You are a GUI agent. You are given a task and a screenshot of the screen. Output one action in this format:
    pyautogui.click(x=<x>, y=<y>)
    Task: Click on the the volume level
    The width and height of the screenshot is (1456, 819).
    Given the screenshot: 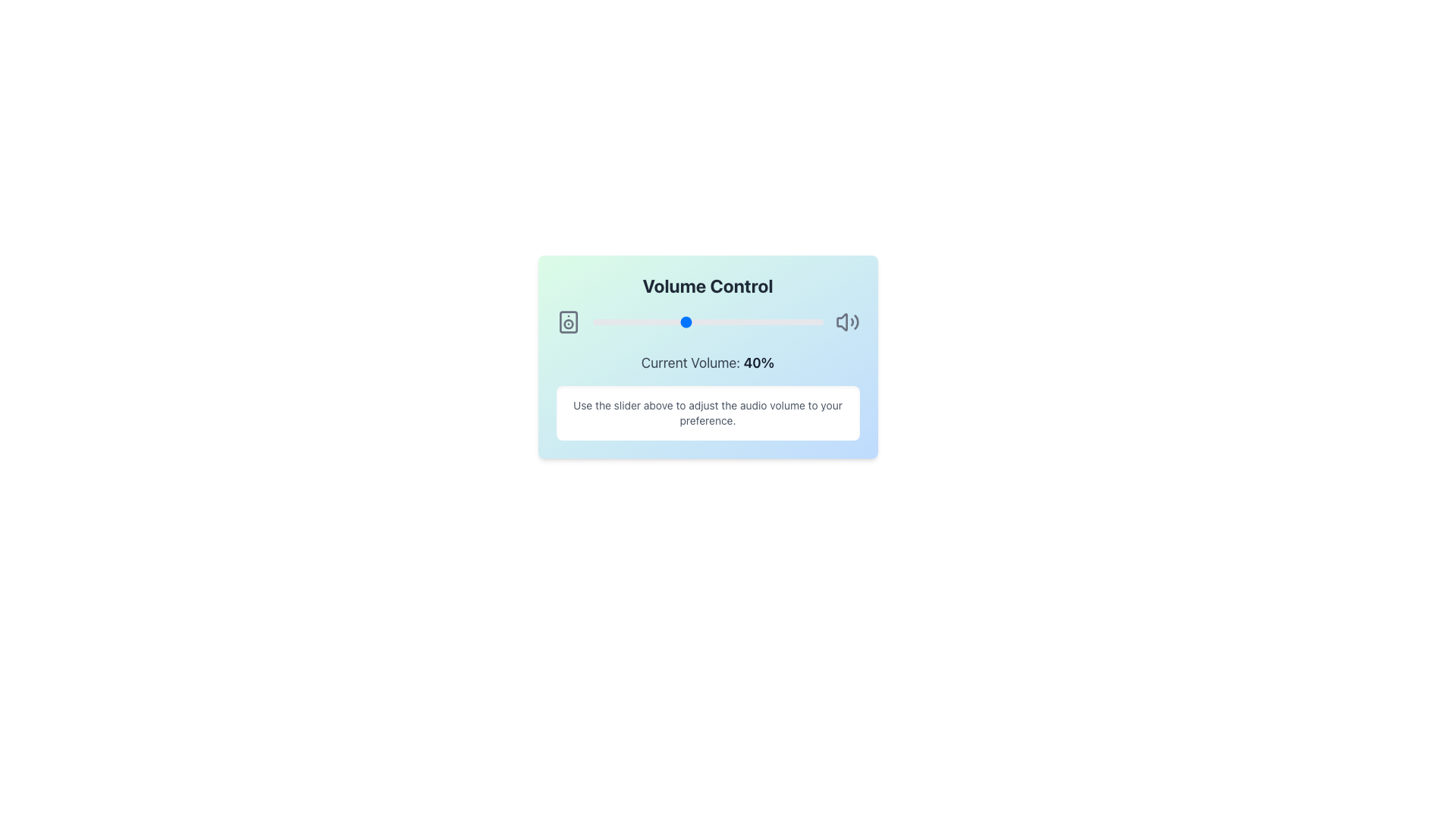 What is the action you would take?
    pyautogui.click(x=740, y=321)
    